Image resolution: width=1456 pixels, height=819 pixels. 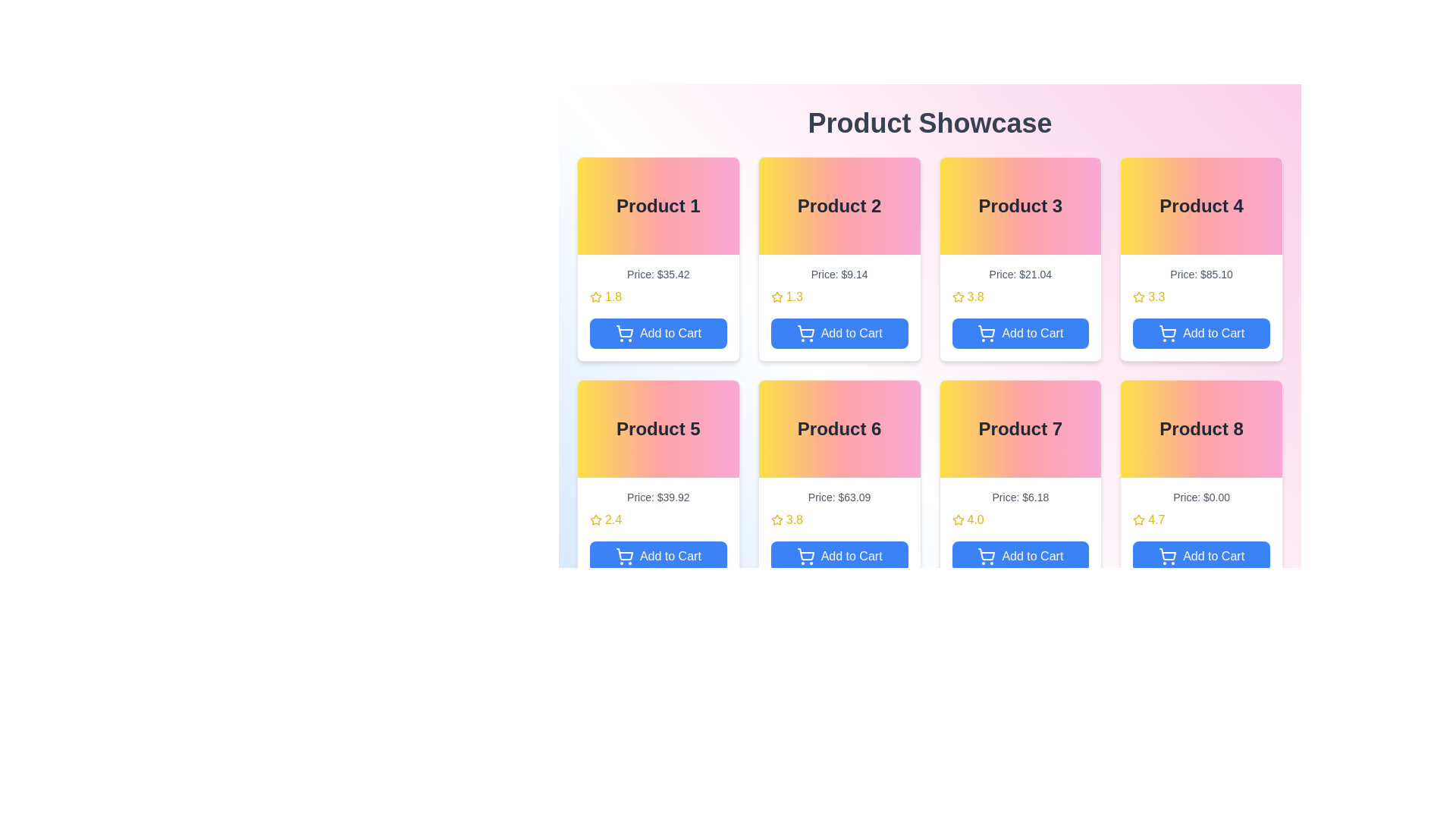 What do you see at coordinates (1200, 556) in the screenshot?
I see `the rectangular blue 'Add to Cart' button with white text and a shopping cart icon` at bounding box center [1200, 556].